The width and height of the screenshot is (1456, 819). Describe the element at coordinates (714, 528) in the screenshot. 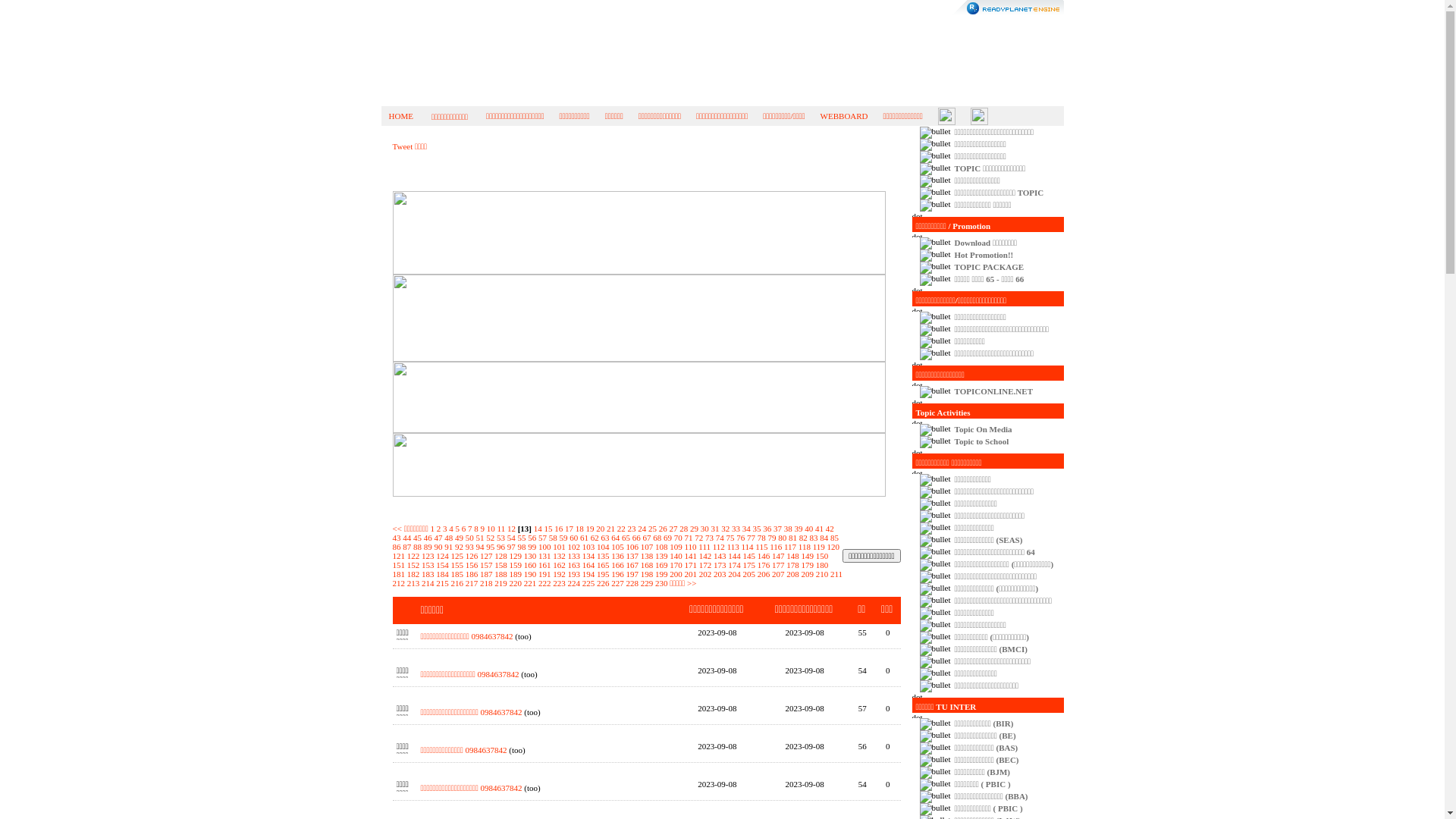

I see `'31'` at that location.